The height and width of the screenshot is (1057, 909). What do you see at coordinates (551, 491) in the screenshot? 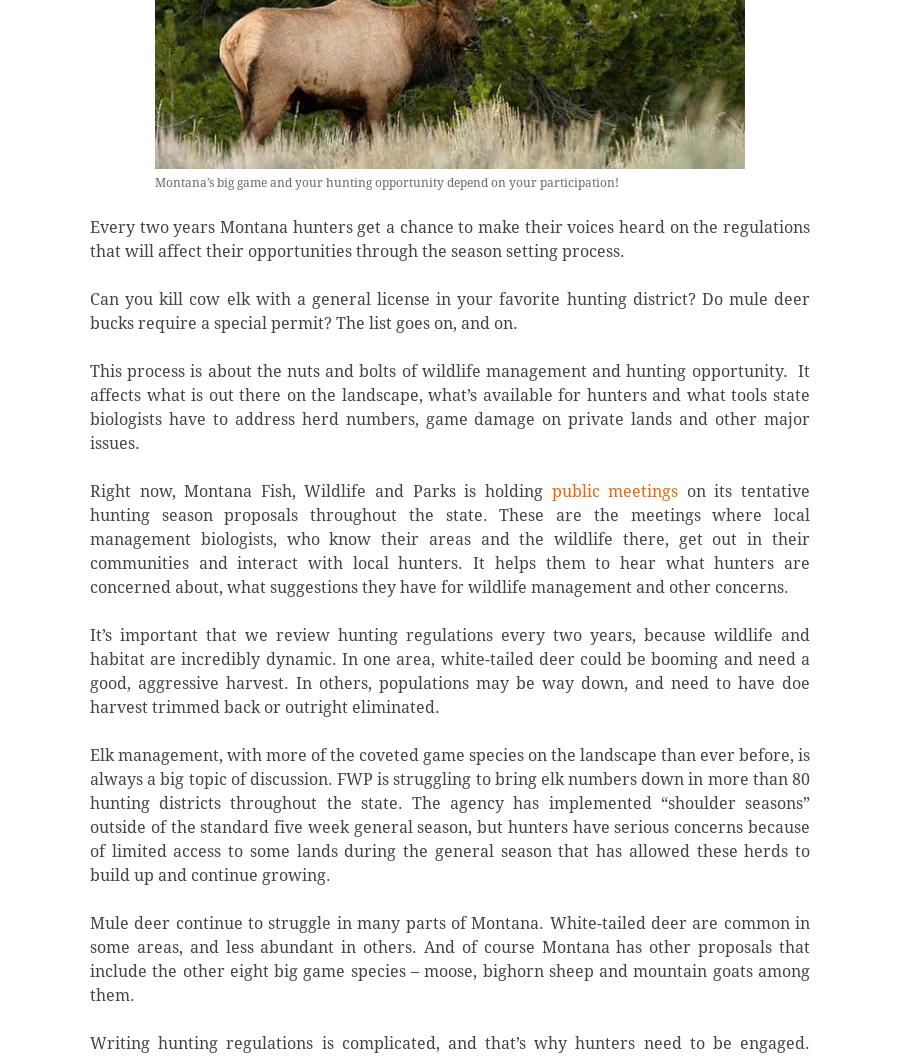
I see `'public meetings'` at bounding box center [551, 491].